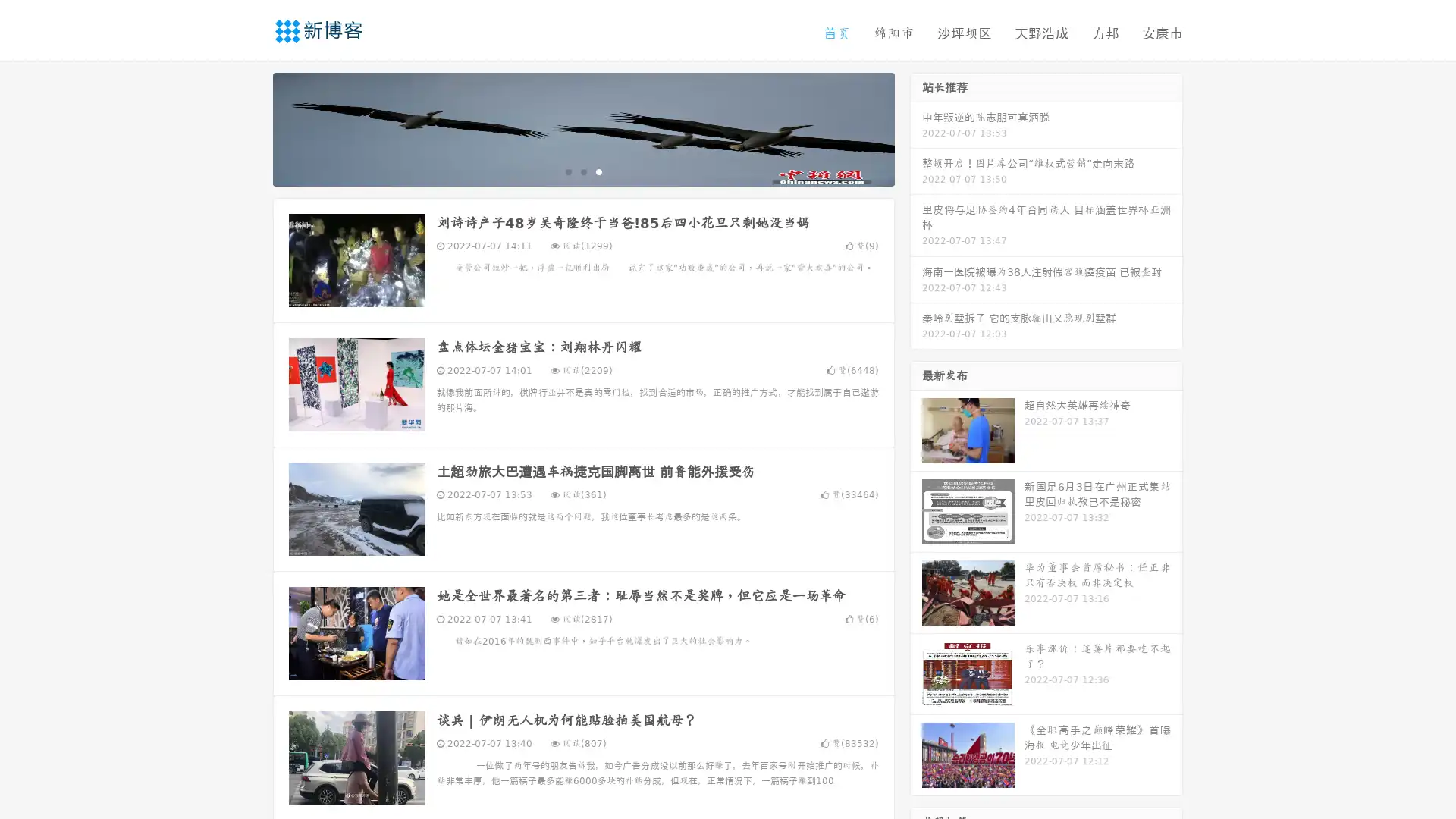 The image size is (1456, 819). What do you see at coordinates (582, 171) in the screenshot?
I see `Go to slide 2` at bounding box center [582, 171].